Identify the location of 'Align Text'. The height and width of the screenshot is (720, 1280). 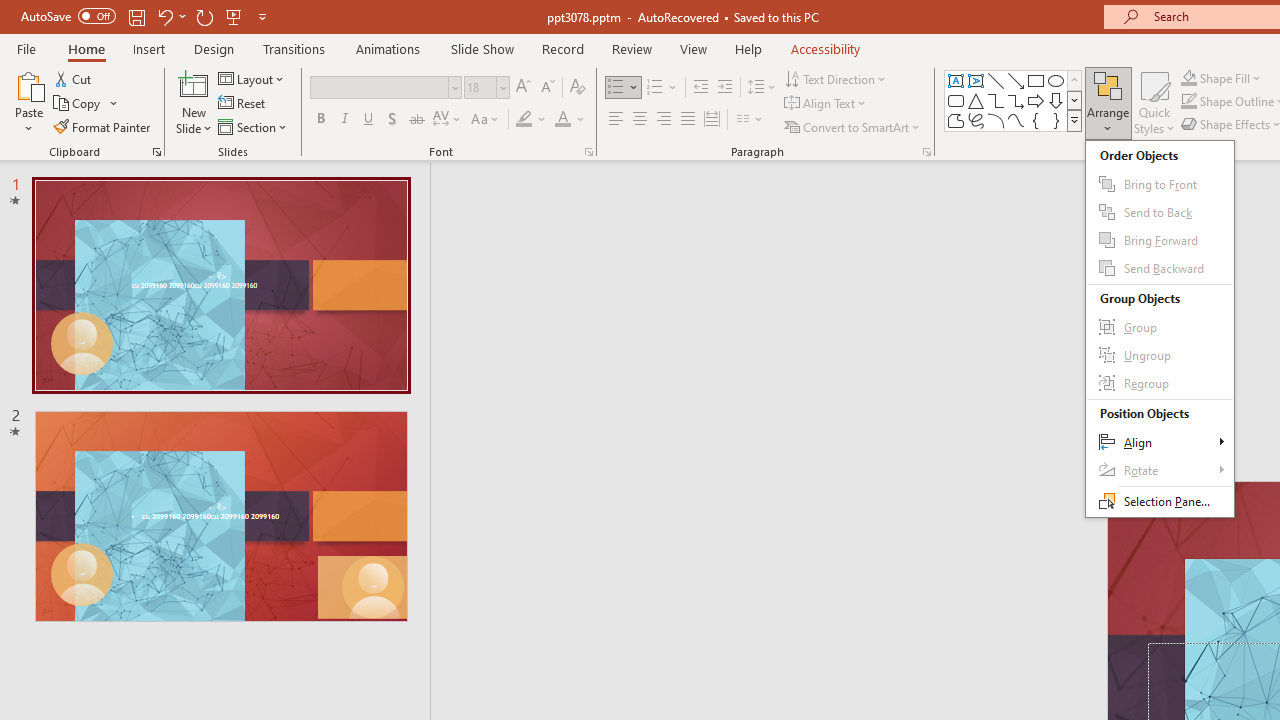
(826, 103).